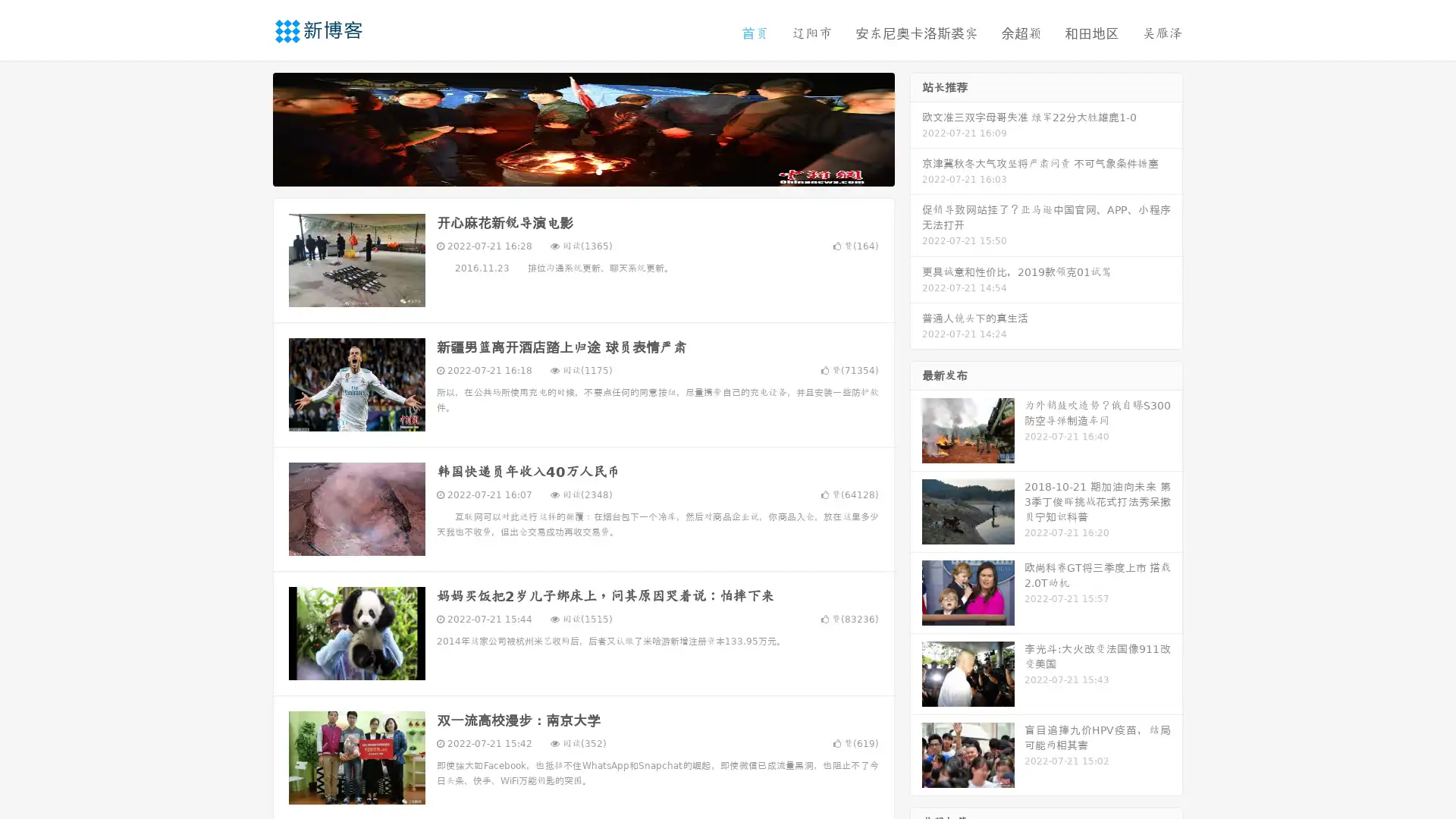  I want to click on Next slide, so click(916, 127).